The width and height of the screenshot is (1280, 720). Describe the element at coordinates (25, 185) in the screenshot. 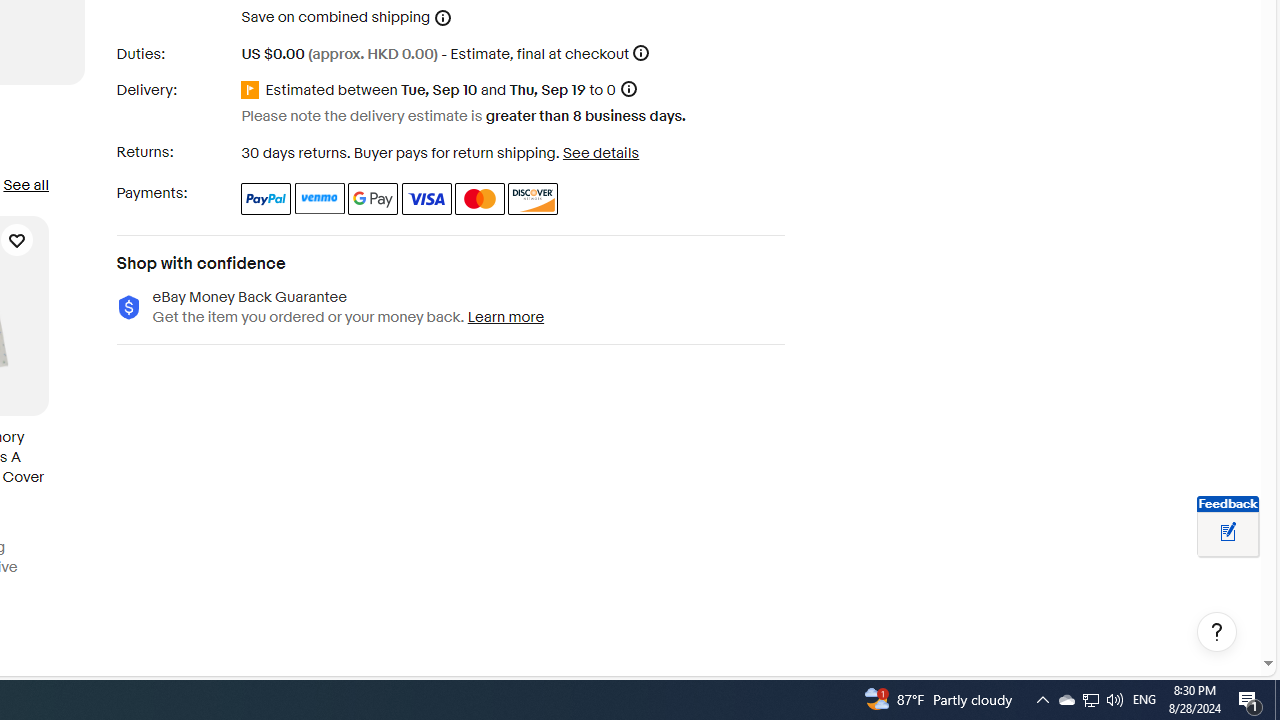

I see `'See all'` at that location.